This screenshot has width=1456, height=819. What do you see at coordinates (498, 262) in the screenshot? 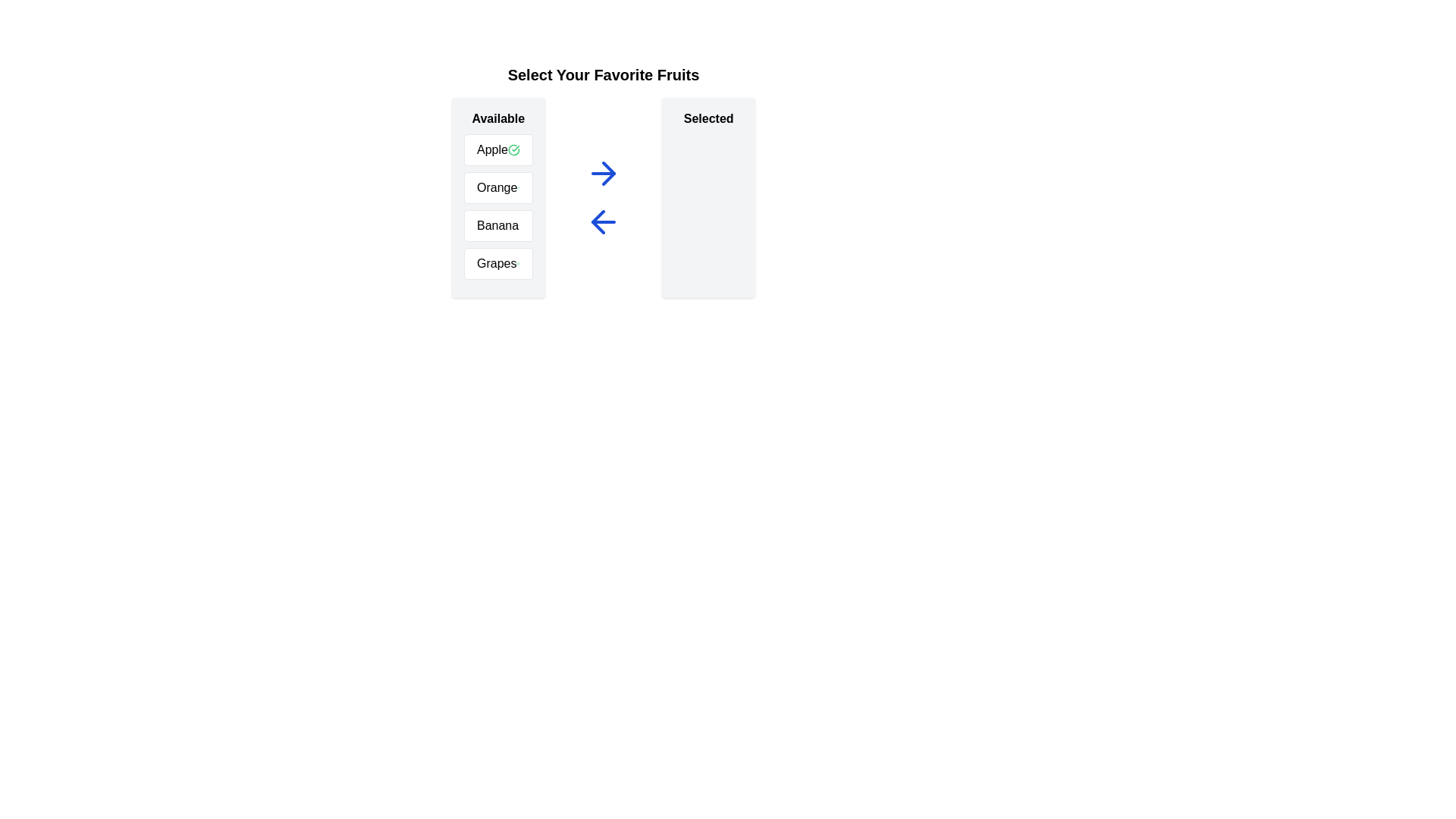
I see `the text of the selected item Grapes` at bounding box center [498, 262].